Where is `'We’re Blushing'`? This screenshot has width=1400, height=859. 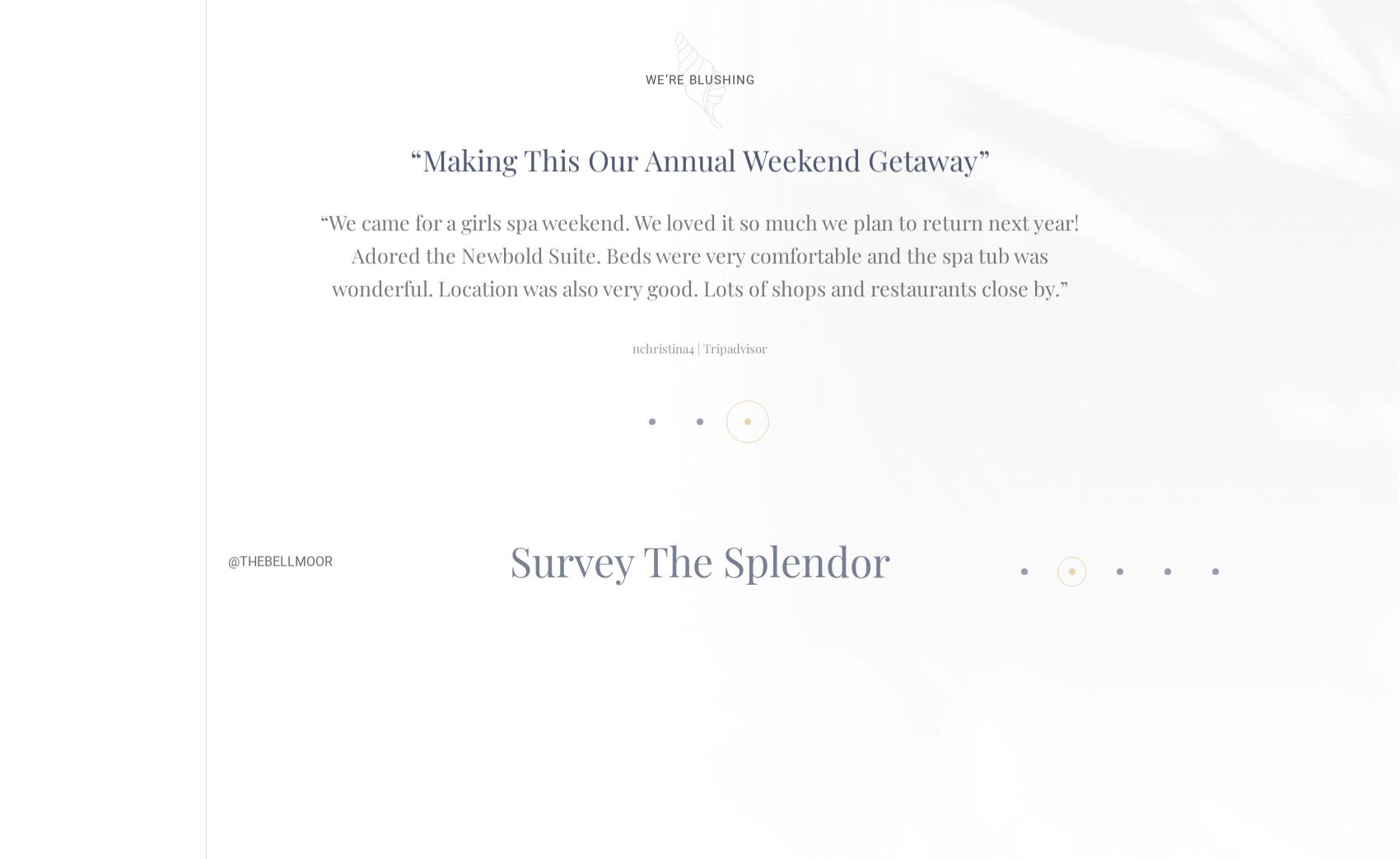
'We’re Blushing' is located at coordinates (644, 63).